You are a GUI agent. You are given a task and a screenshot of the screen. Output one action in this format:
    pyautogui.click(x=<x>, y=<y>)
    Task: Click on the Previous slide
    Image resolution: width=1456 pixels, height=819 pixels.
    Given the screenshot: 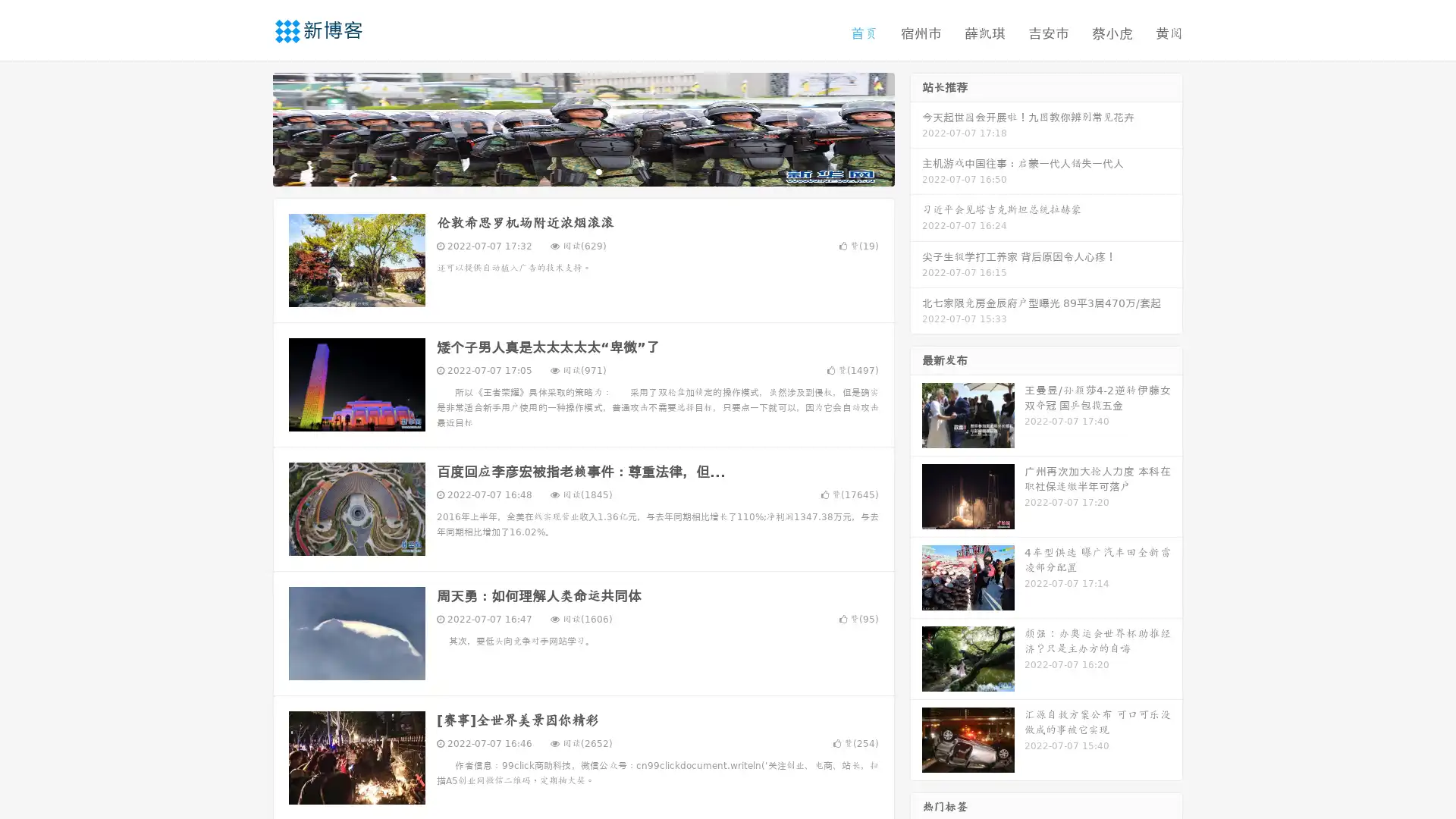 What is the action you would take?
    pyautogui.click(x=250, y=127)
    